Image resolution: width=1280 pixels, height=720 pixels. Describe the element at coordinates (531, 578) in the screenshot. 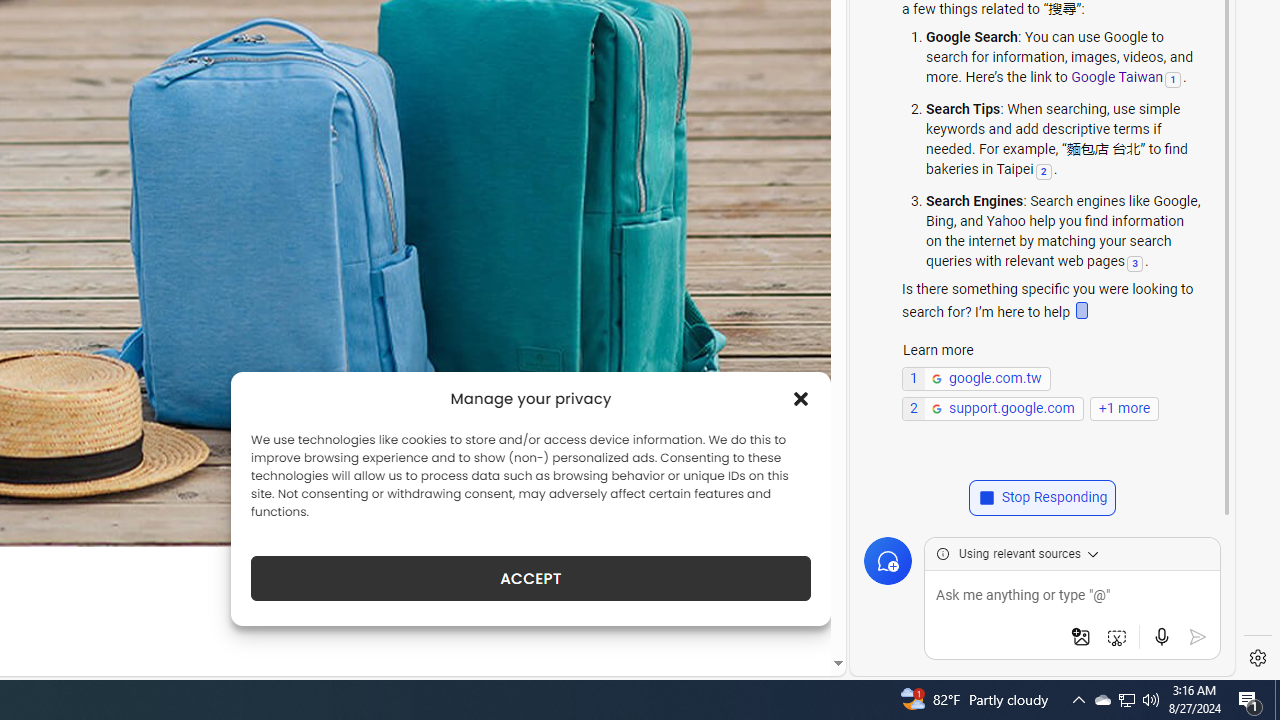

I see `'ACCEPT'` at that location.